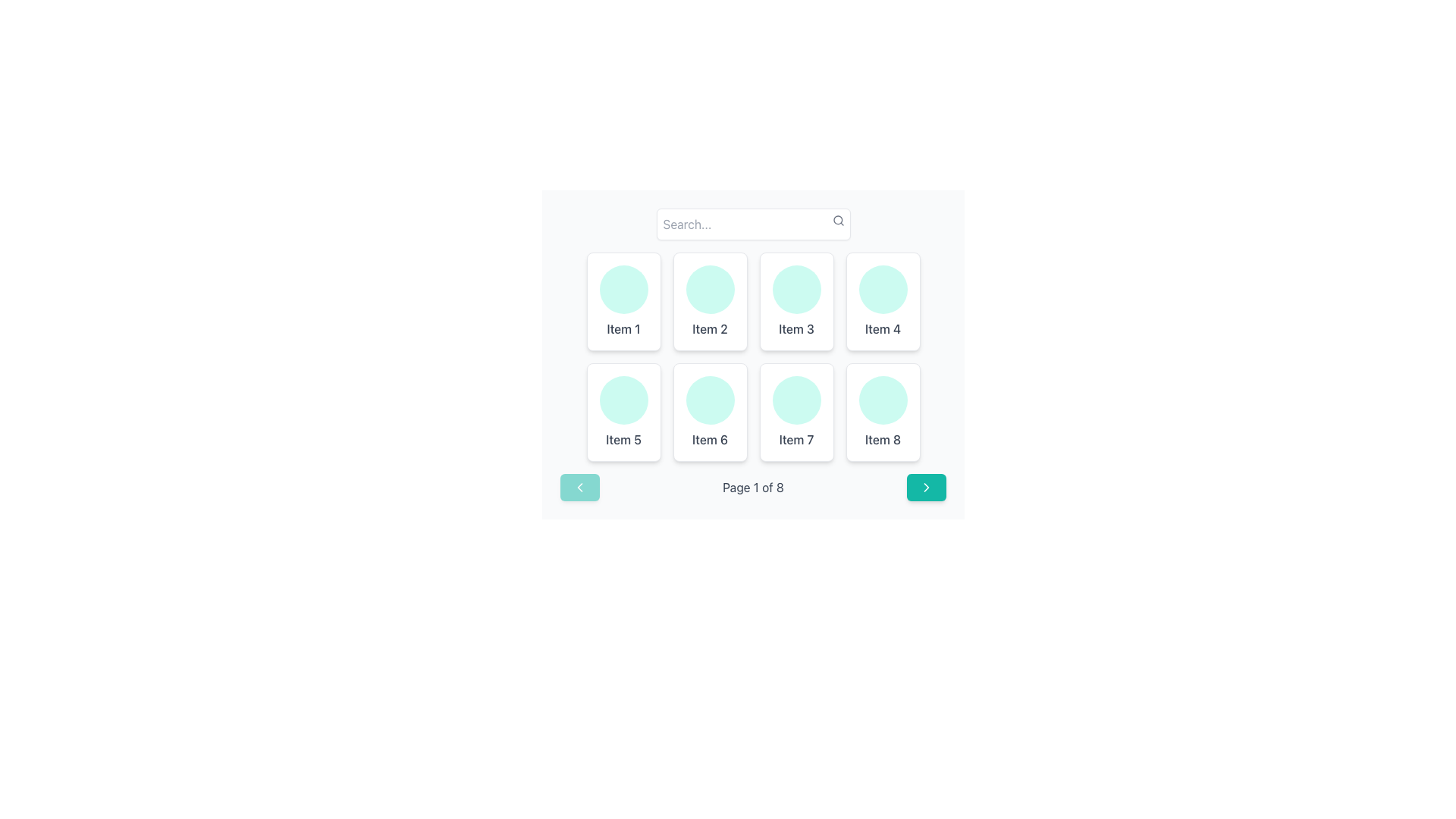 The width and height of the screenshot is (1456, 819). I want to click on the gray magnifying glass search icon located at the top right corner of the search input field, so click(837, 220).